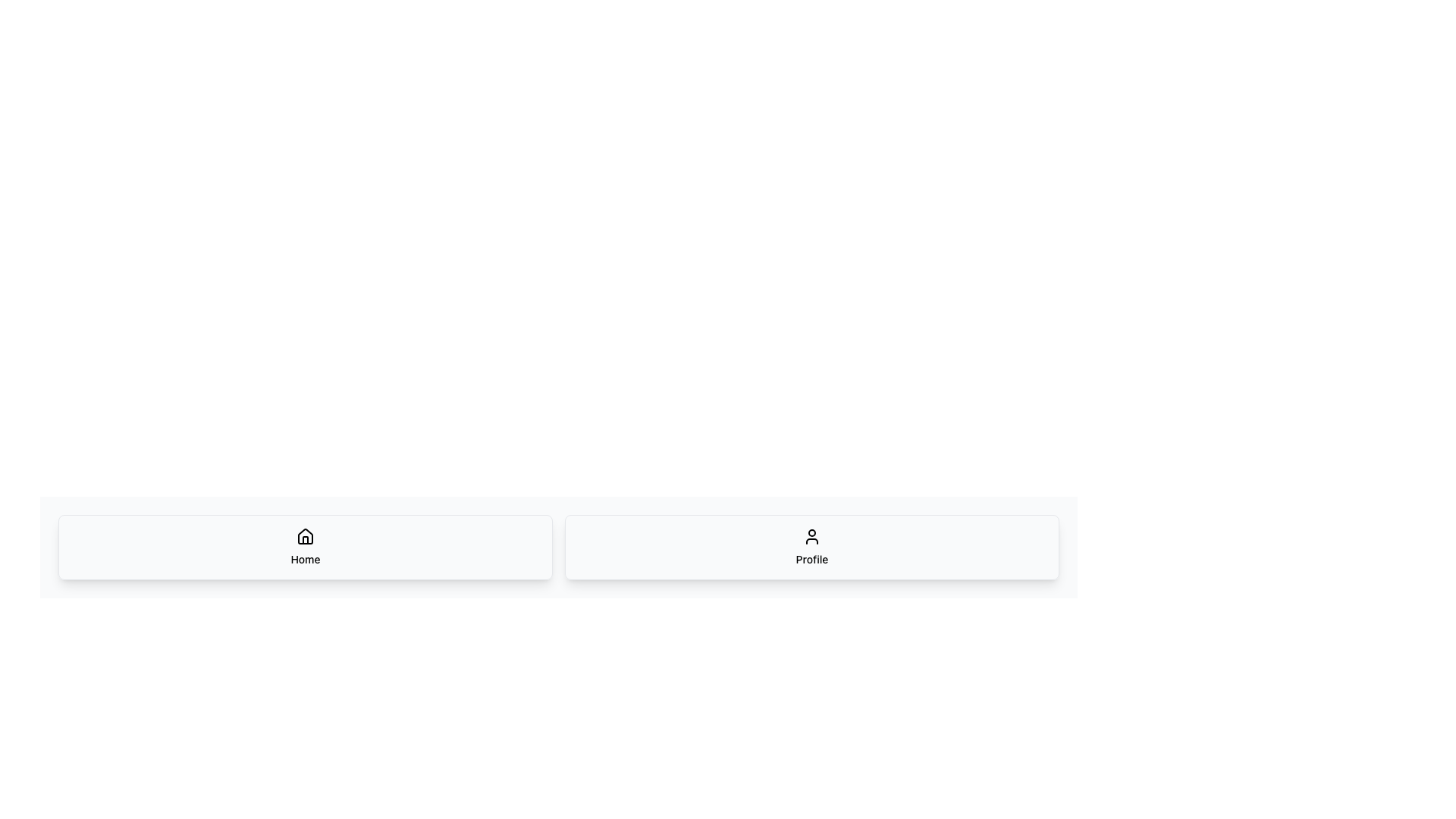  Describe the element at coordinates (305, 547) in the screenshot. I see `the 'Home' composite element which consists of a house icon above the text label 'Home', located in the first card of a horizontally-aligned group` at that location.